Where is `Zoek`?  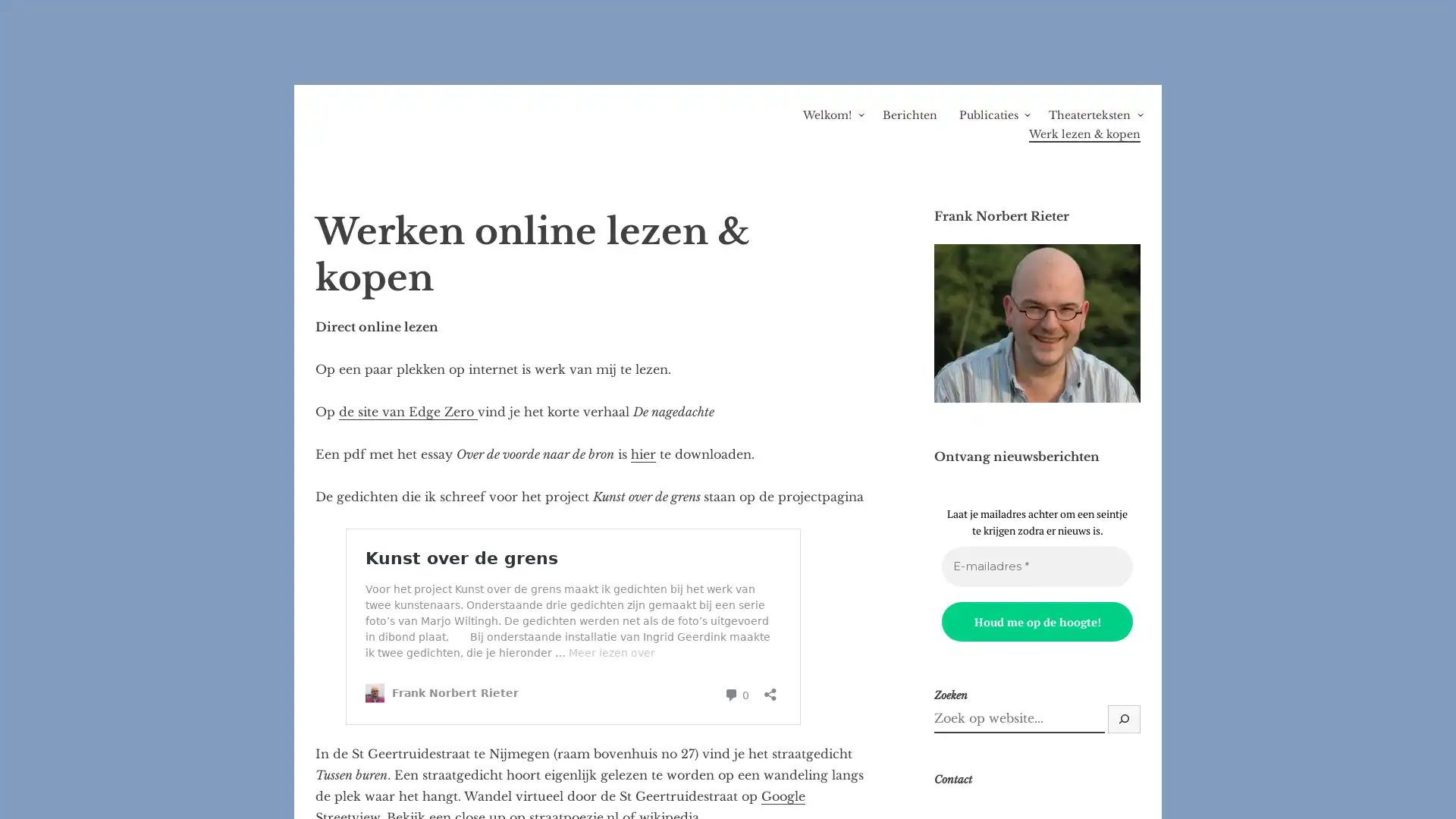
Zoek is located at coordinates (1124, 717).